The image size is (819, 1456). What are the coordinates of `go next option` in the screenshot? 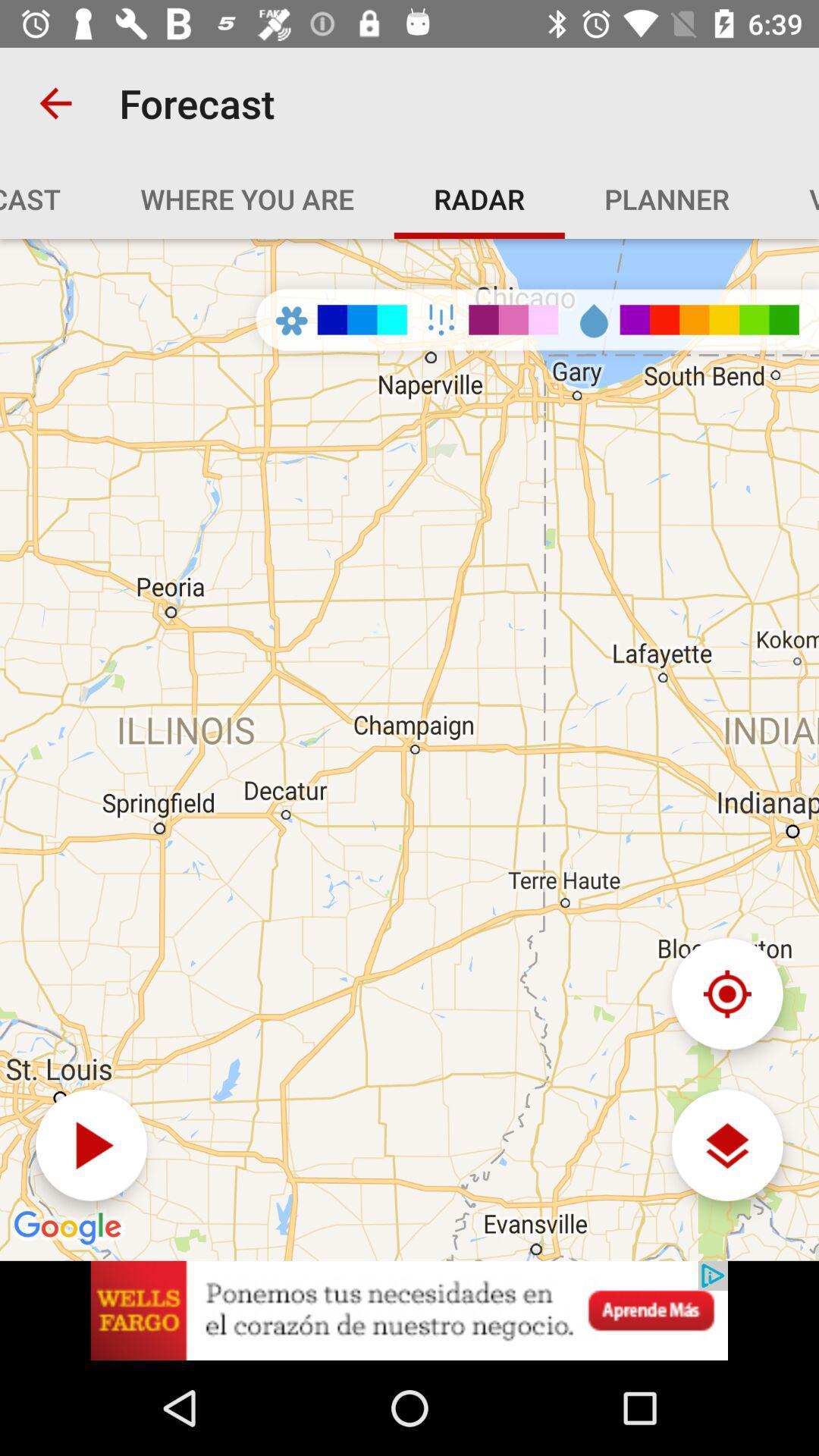 It's located at (91, 1145).